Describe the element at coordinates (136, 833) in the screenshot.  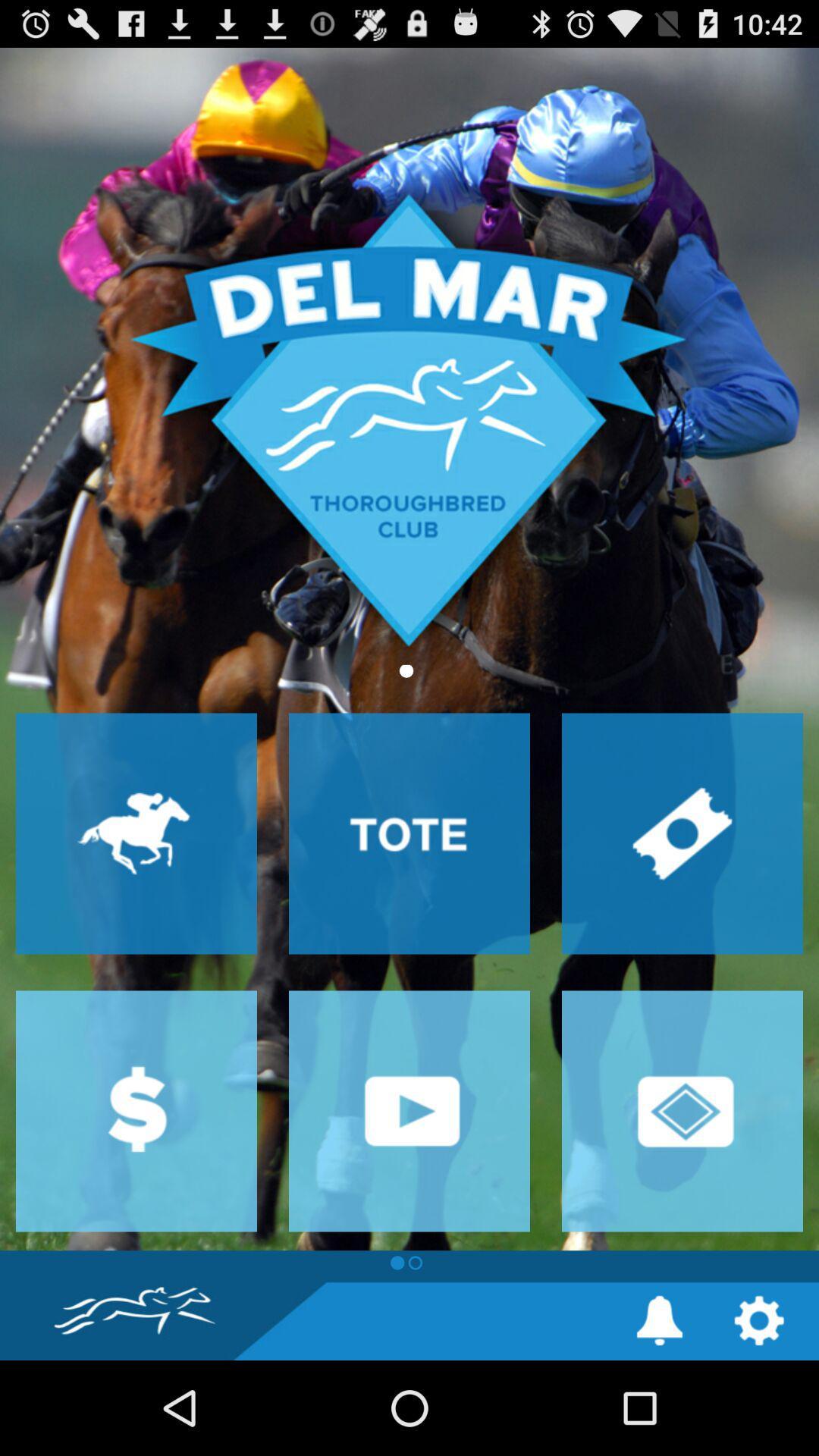
I see `races` at that location.